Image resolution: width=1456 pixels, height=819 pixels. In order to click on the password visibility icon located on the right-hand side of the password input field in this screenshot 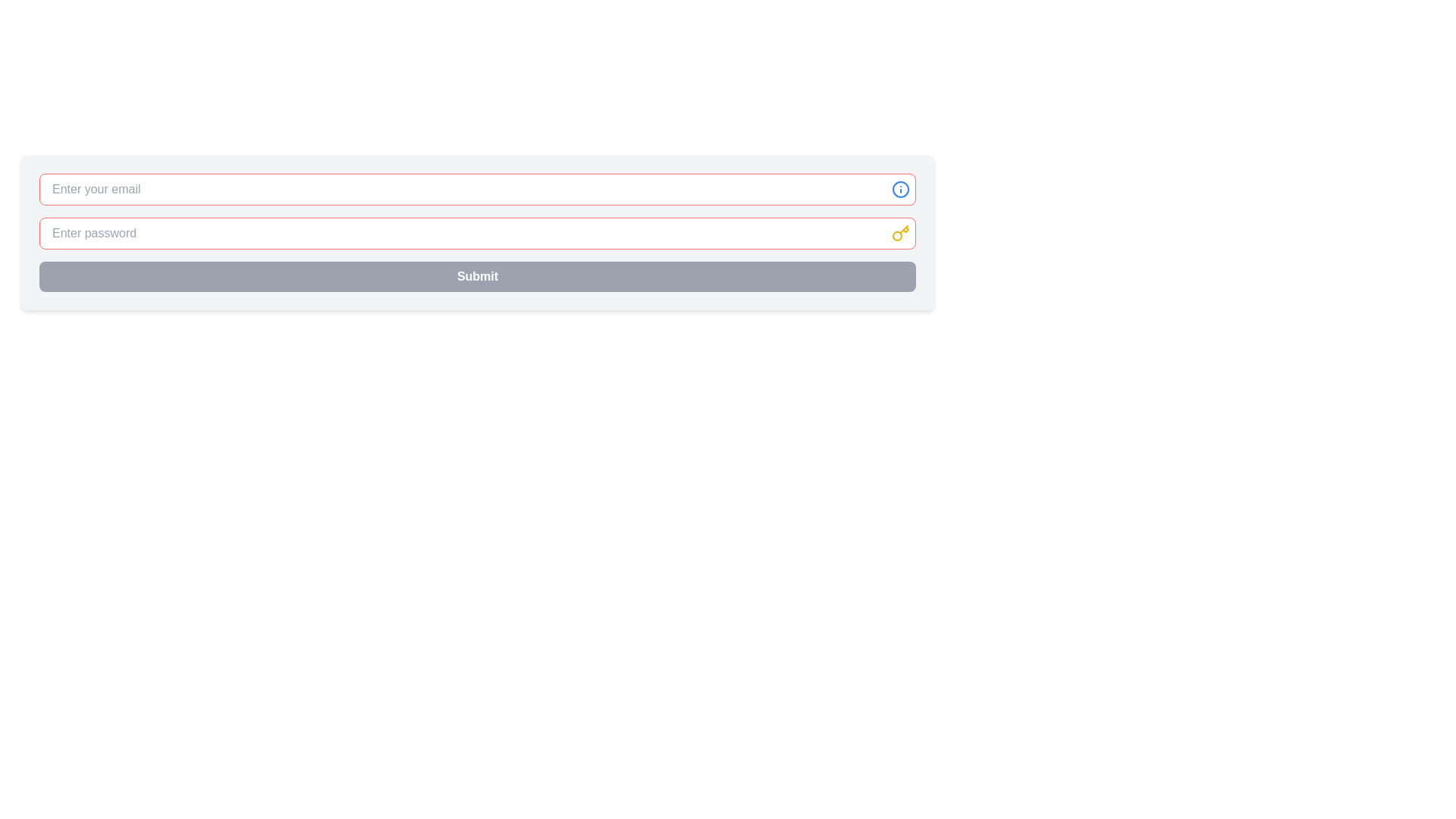, I will do `click(901, 234)`.